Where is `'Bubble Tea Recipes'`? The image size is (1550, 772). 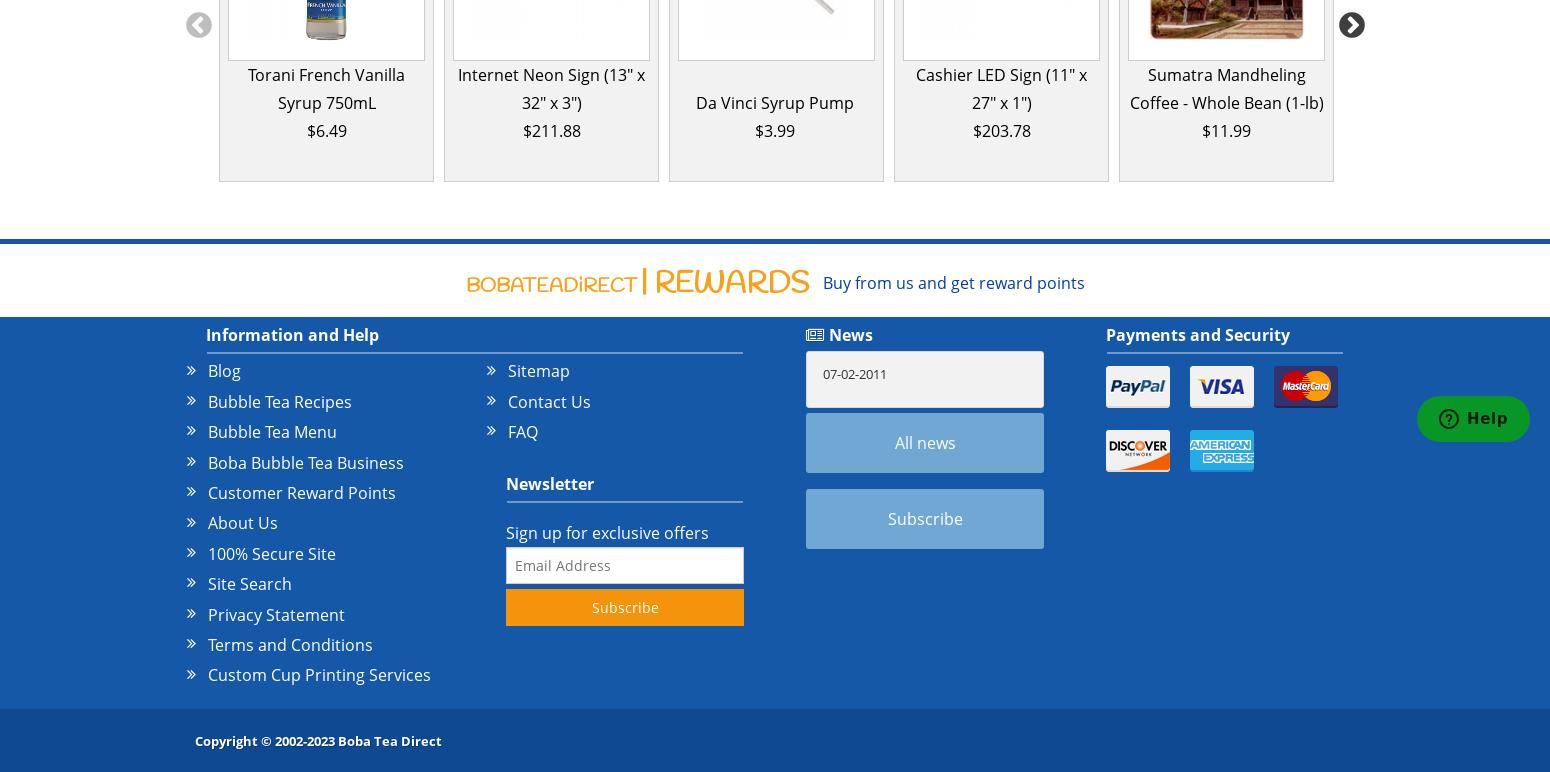
'Bubble Tea Recipes' is located at coordinates (279, 400).